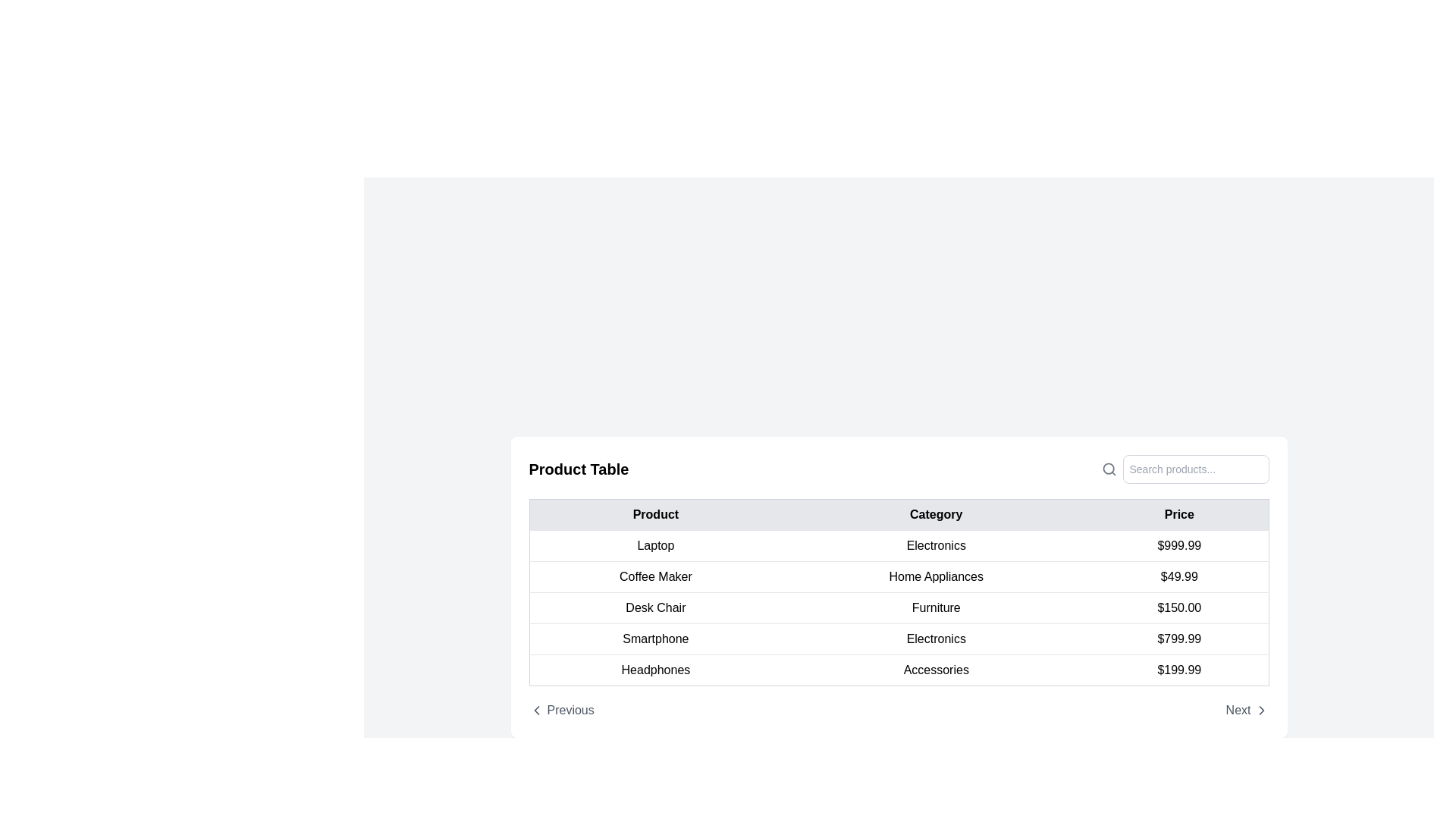 The height and width of the screenshot is (819, 1456). I want to click on the last row, so click(899, 669).